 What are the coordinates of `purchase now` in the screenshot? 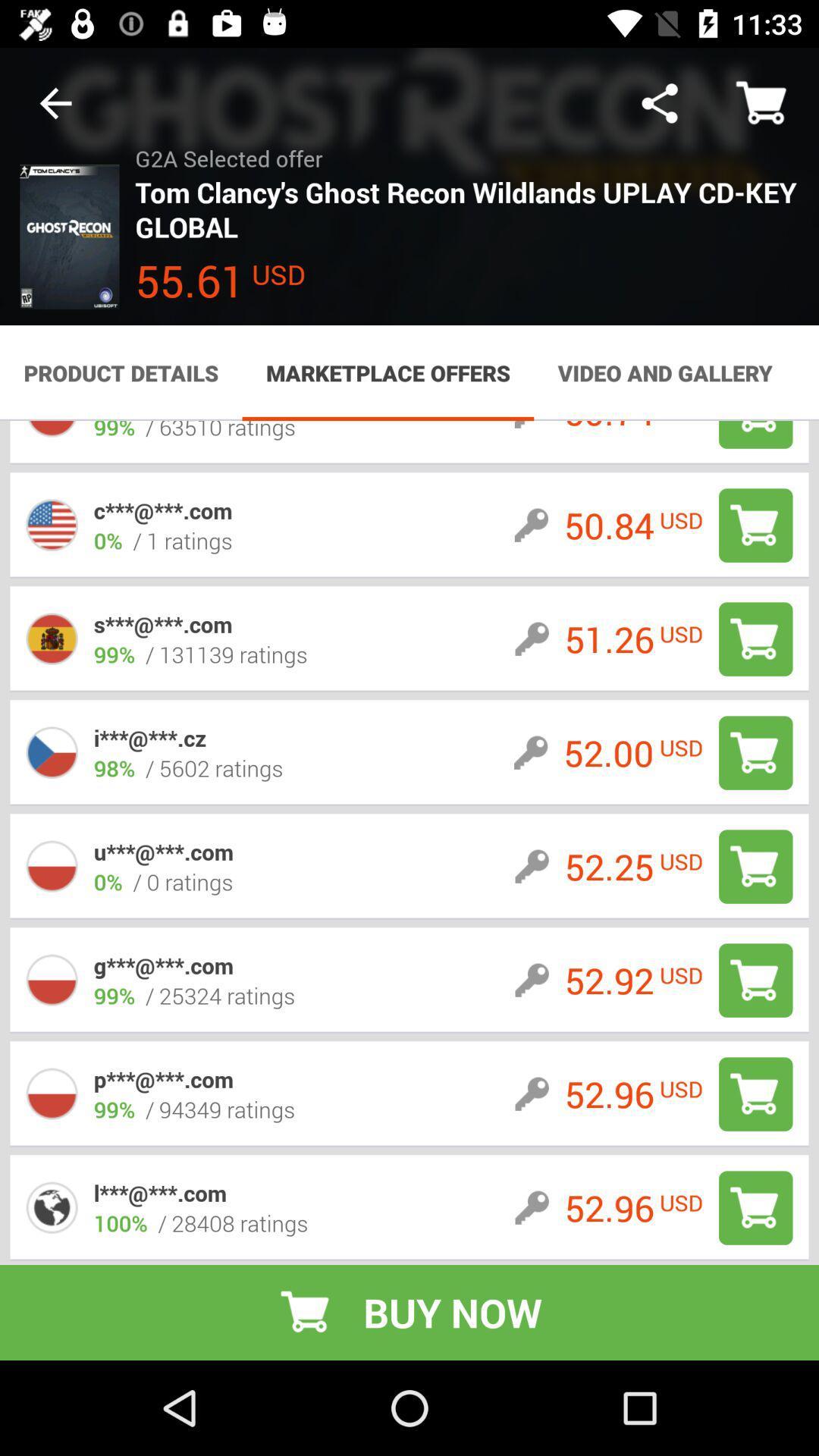 It's located at (755, 525).